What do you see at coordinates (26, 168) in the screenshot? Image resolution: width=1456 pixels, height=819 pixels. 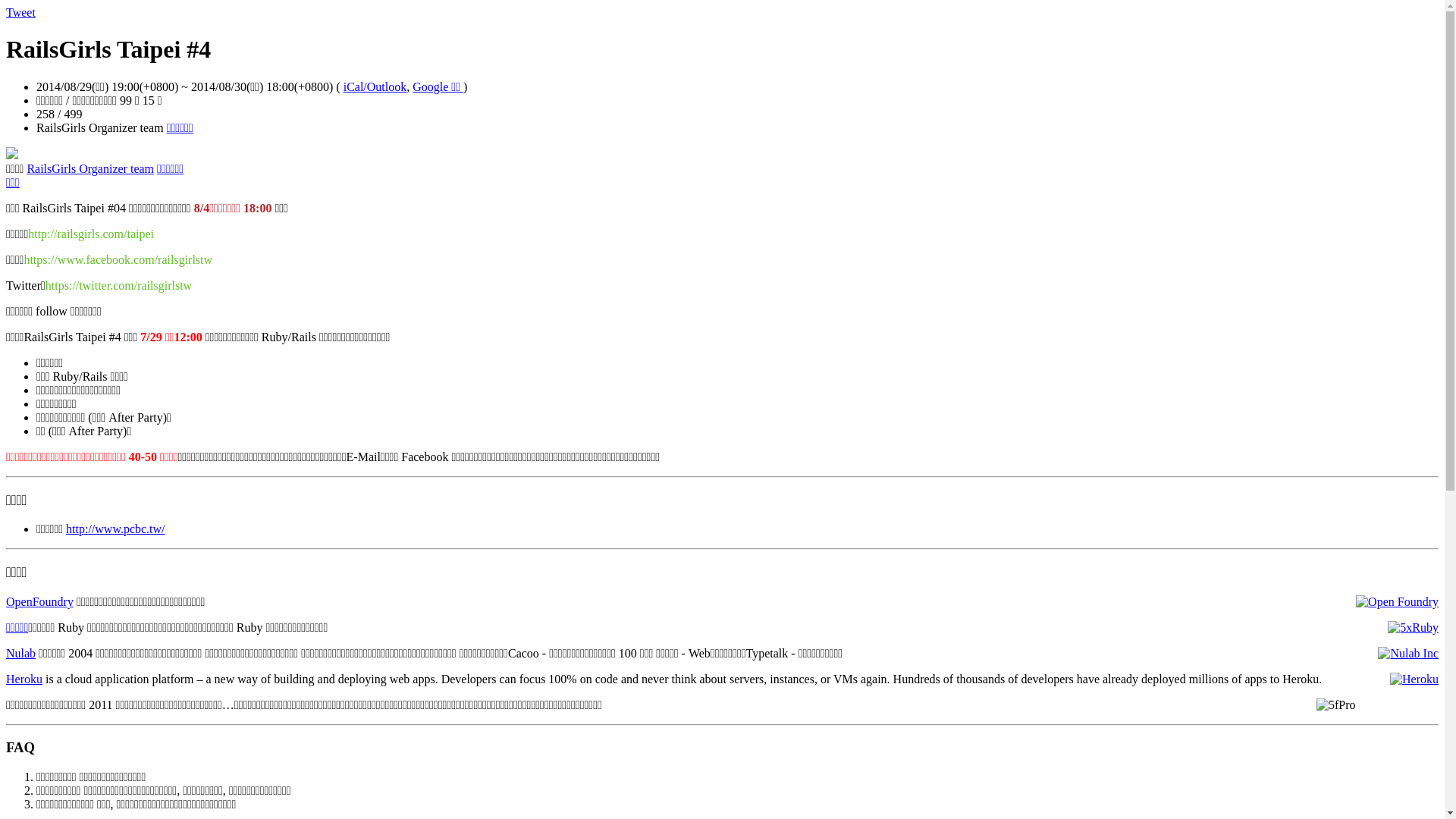 I see `'RailsGirls Organizer team'` at bounding box center [26, 168].